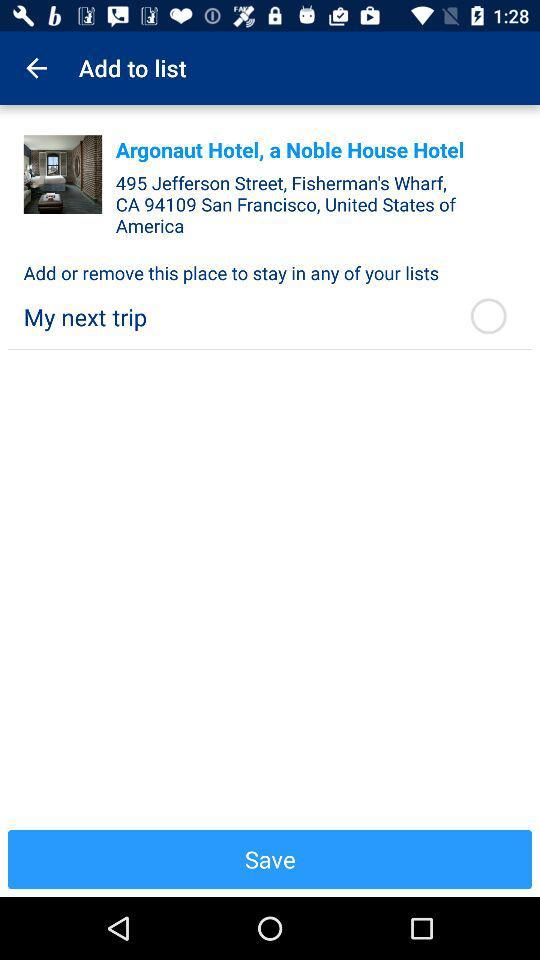 Image resolution: width=540 pixels, height=960 pixels. What do you see at coordinates (63, 173) in the screenshot?
I see `the item next to the argonaut hotel a app` at bounding box center [63, 173].